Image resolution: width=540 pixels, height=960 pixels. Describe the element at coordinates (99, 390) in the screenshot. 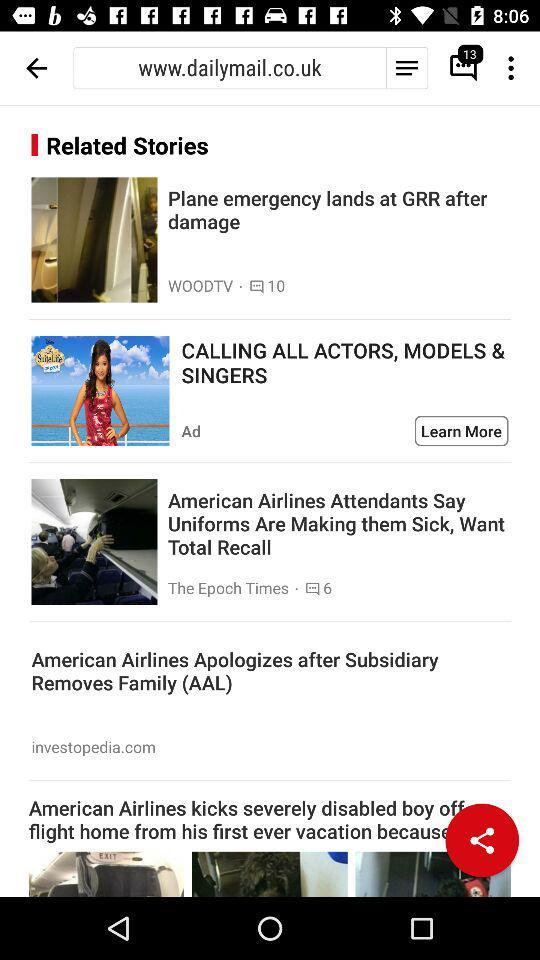

I see `advertisement for actors models and singers` at that location.